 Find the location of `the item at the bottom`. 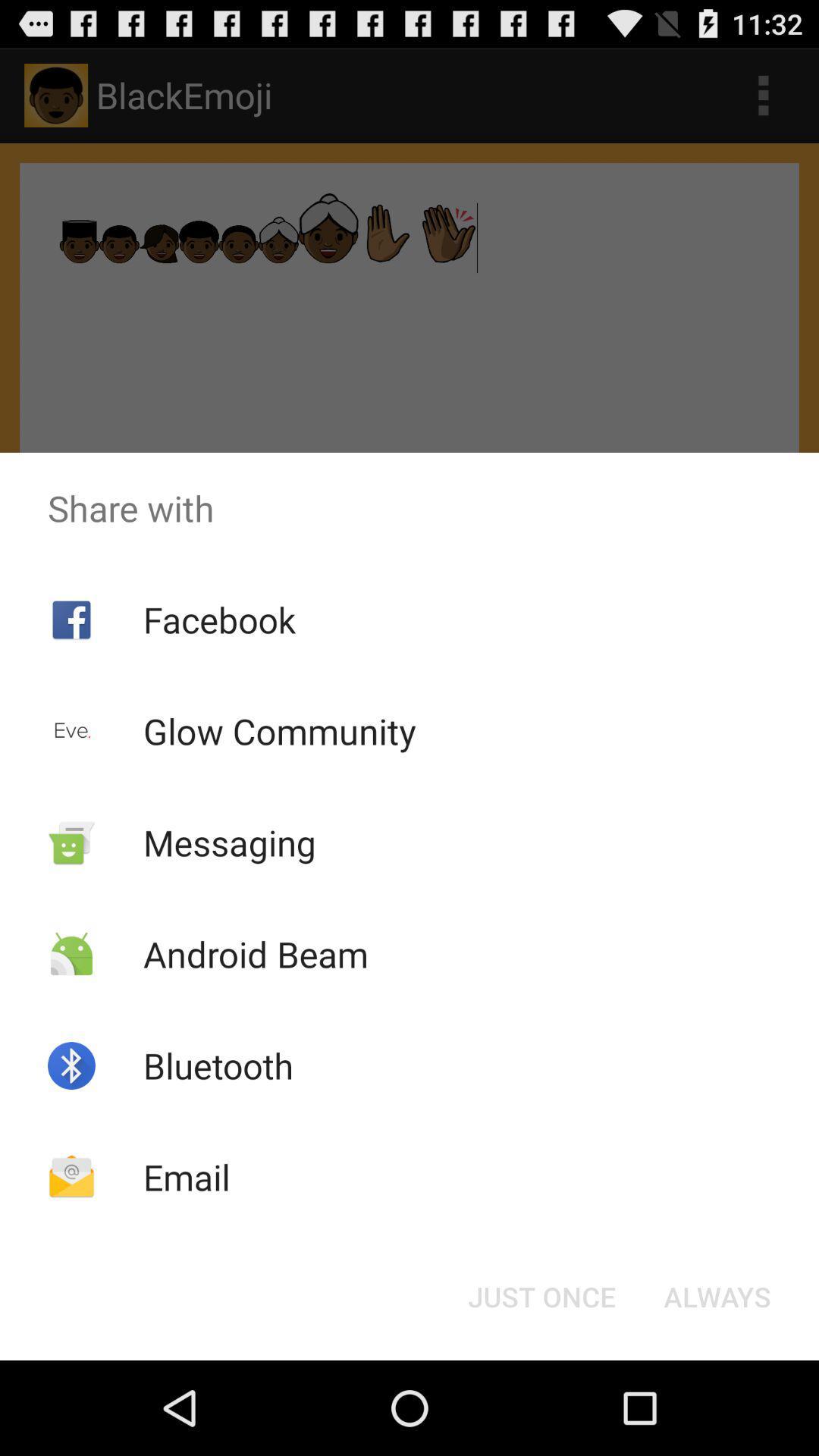

the item at the bottom is located at coordinates (541, 1295).